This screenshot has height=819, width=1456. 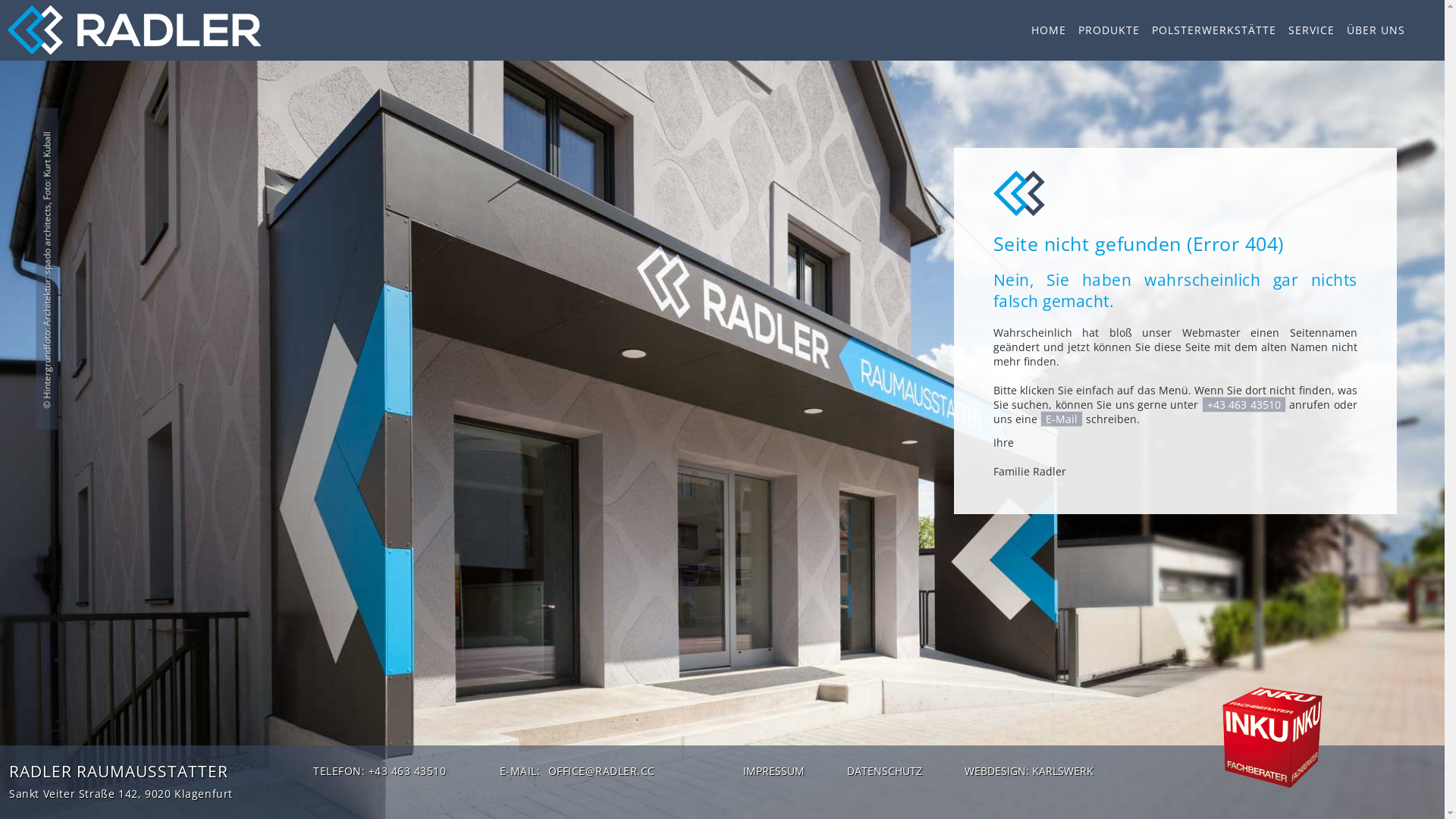 I want to click on 'OFFICE@RADLER.CC', so click(x=600, y=770).